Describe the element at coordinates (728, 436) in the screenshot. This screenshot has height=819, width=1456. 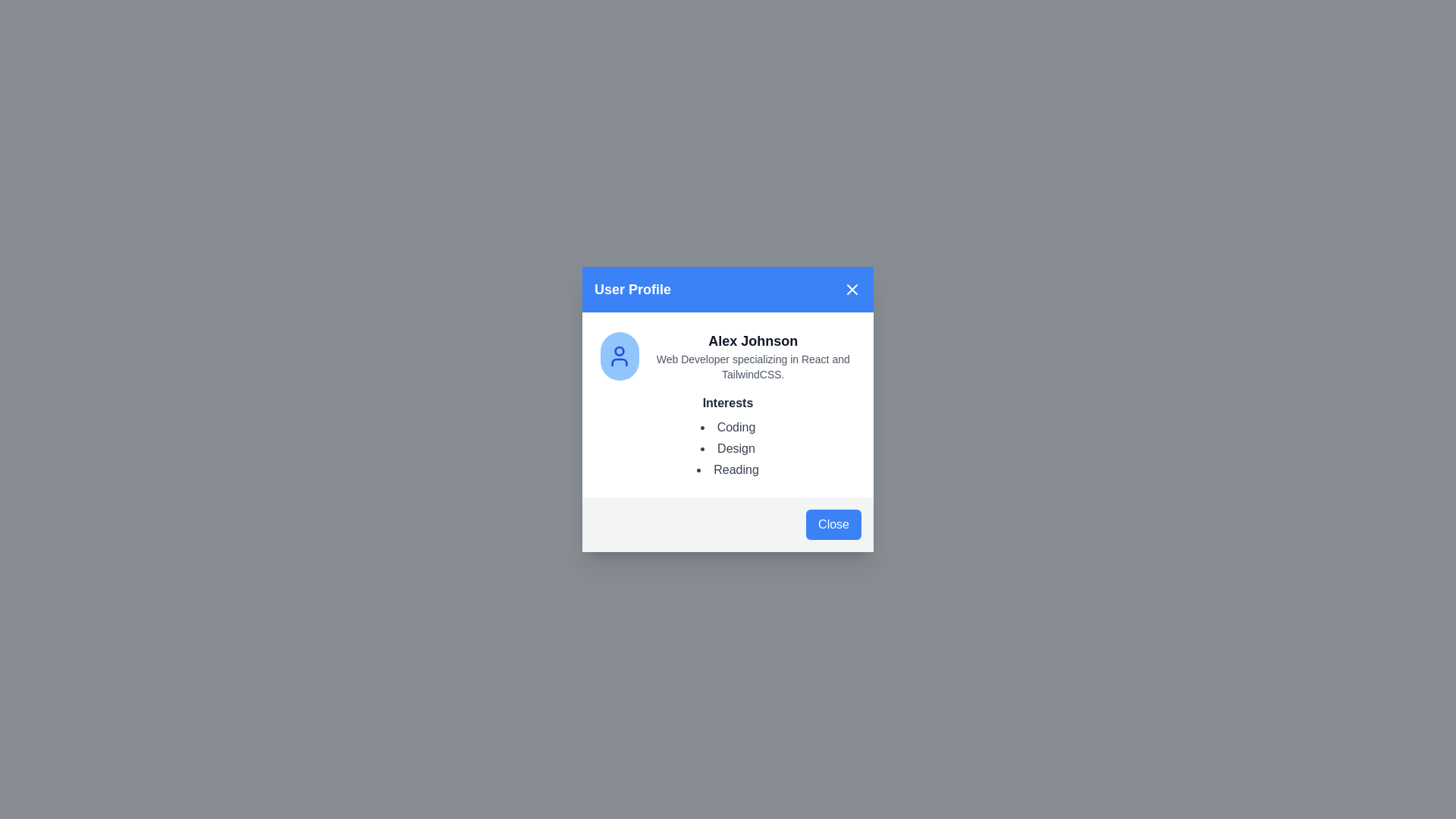
I see `the informational text area displaying the interests of user Alex Johnson, positioned below the developer bio text in the user profile modal` at that location.